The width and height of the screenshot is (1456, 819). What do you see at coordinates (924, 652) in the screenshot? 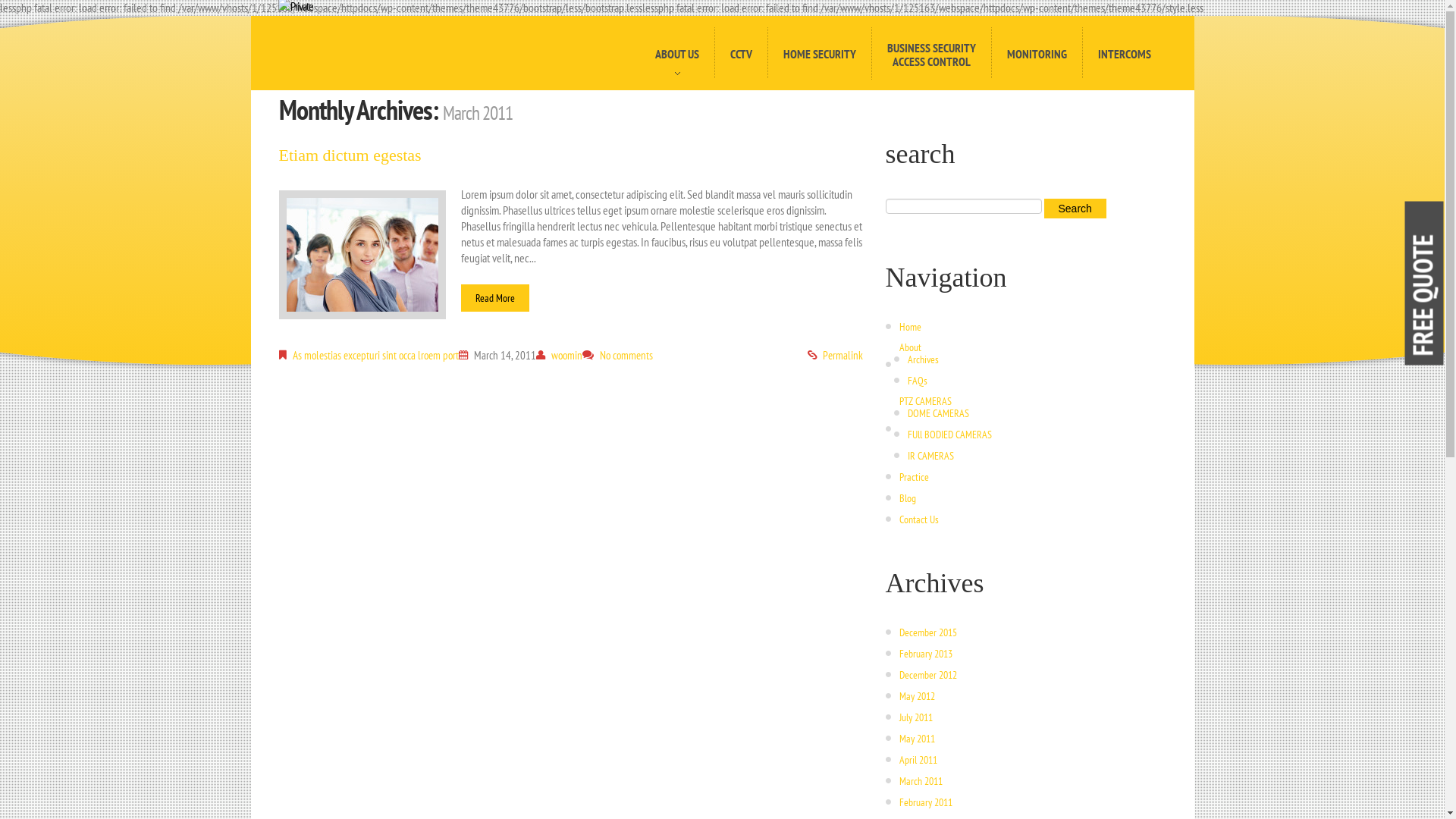
I see `'February 2013'` at bounding box center [924, 652].